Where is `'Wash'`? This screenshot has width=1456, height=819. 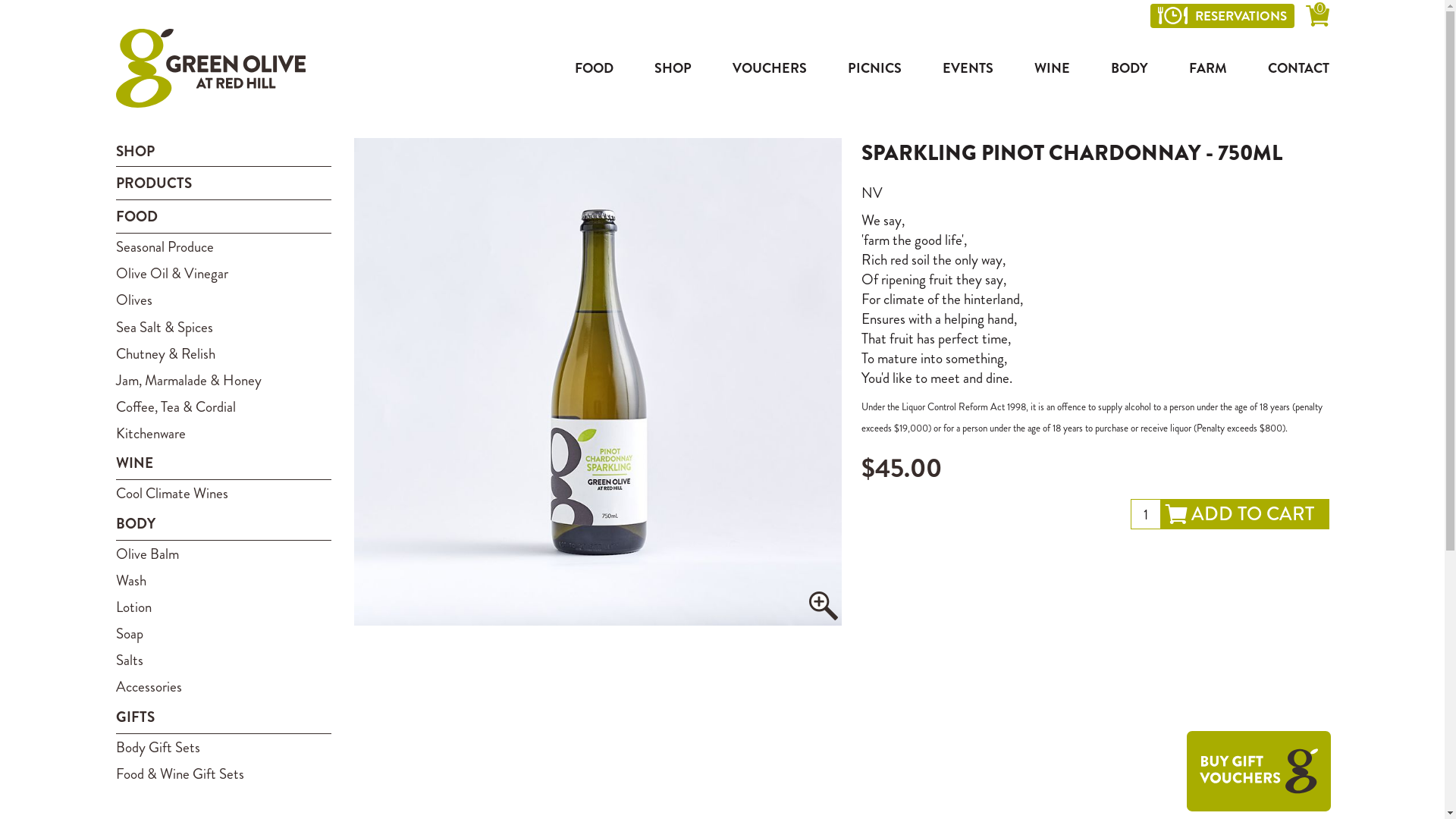 'Wash' is located at coordinates (222, 580).